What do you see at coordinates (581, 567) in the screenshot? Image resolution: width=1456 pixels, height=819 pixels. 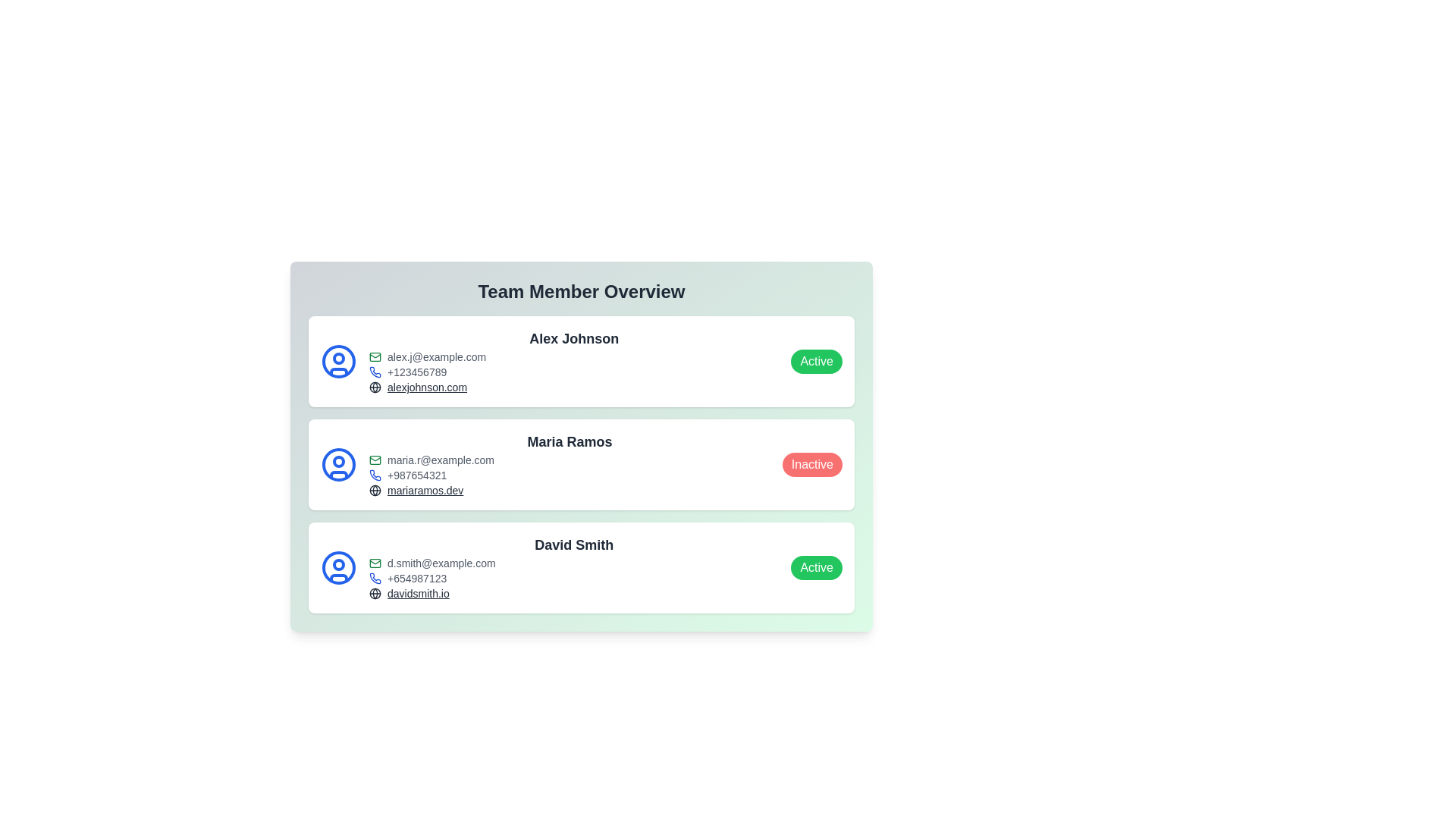 I see `the entry of David Smith to open the context menu` at bounding box center [581, 567].